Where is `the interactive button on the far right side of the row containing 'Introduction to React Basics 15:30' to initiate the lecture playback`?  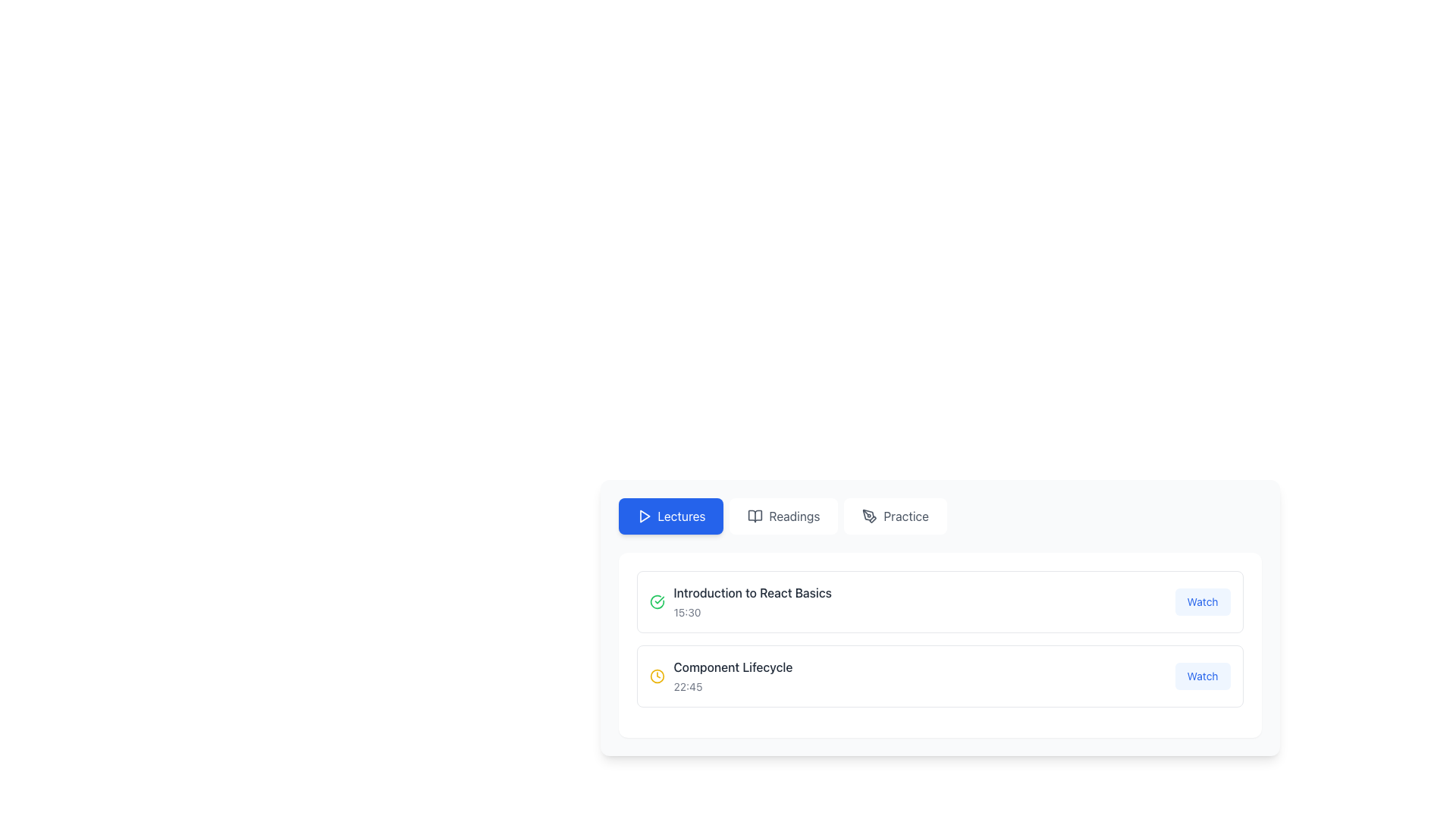 the interactive button on the far right side of the row containing 'Introduction to React Basics 15:30' to initiate the lecture playback is located at coordinates (1202, 601).